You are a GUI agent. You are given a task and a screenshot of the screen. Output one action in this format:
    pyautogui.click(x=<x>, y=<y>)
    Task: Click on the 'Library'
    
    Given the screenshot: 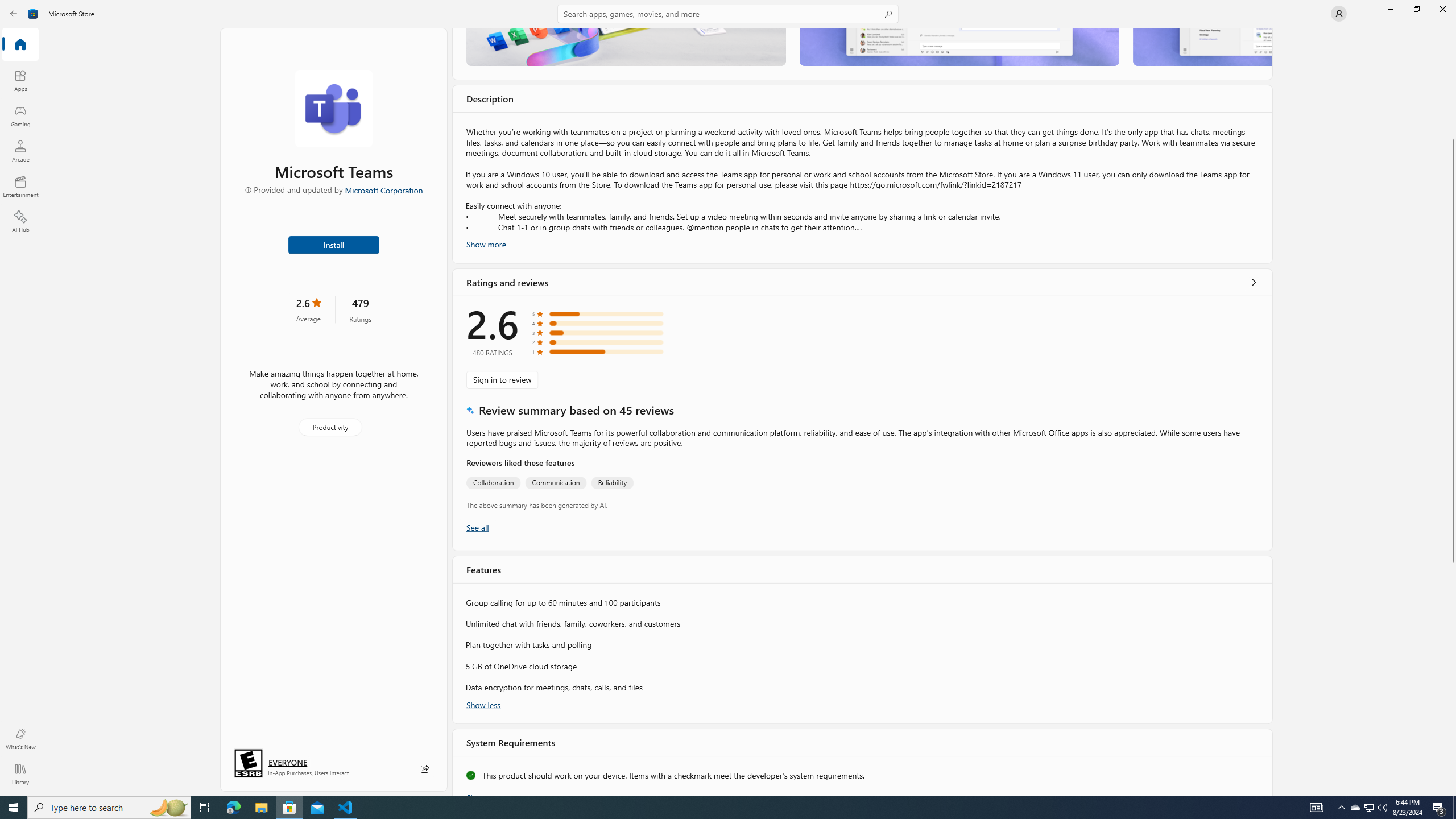 What is the action you would take?
    pyautogui.click(x=19, y=773)
    